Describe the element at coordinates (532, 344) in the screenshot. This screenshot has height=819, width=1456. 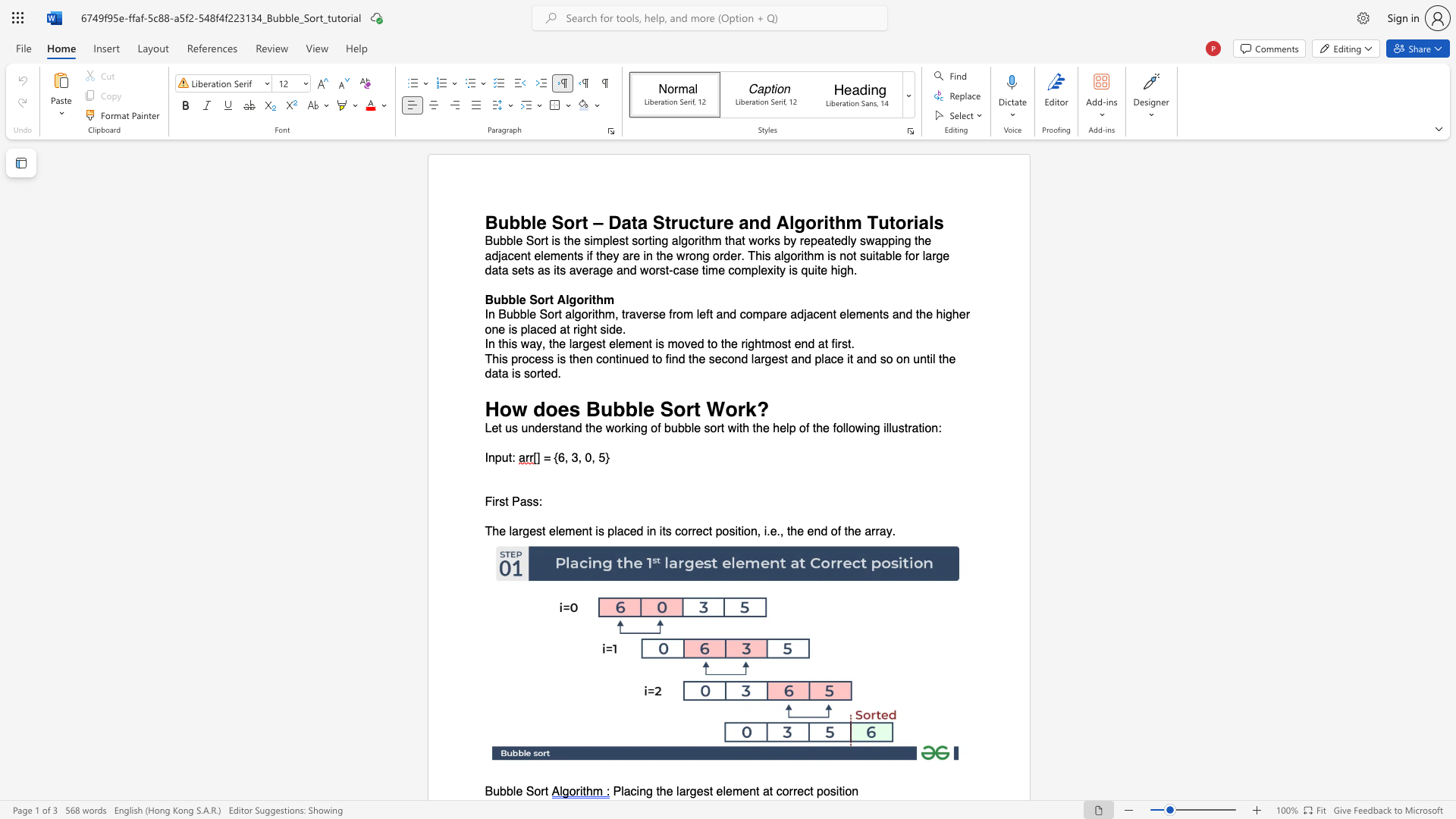
I see `the 1th character "a" in the text` at that location.